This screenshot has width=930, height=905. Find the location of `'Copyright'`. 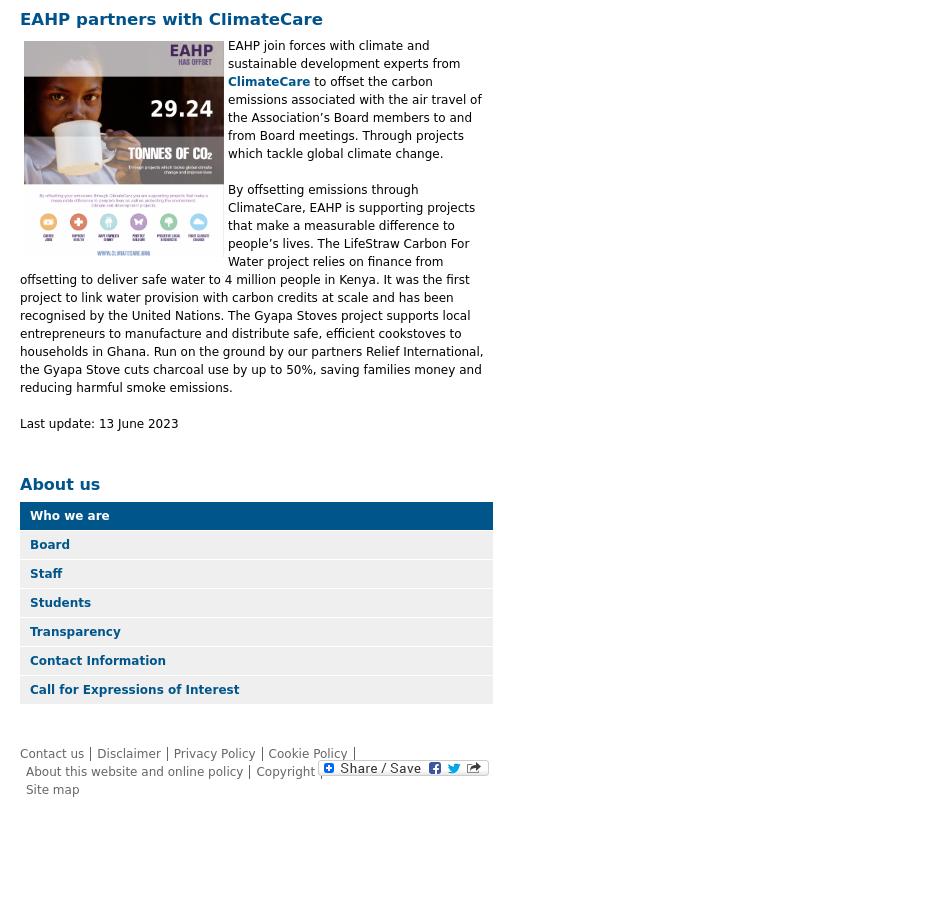

'Copyright' is located at coordinates (256, 770).